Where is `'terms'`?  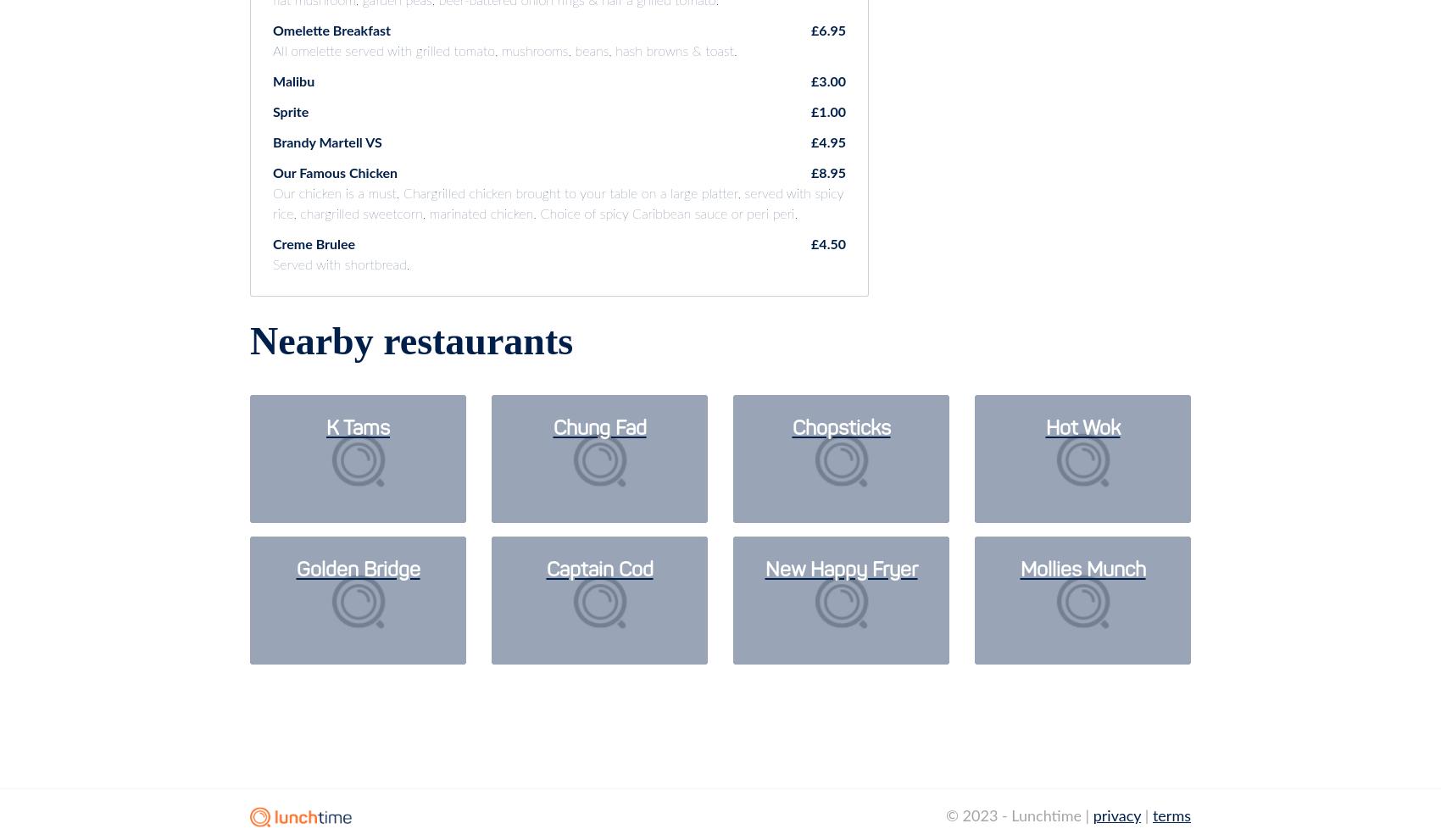 'terms' is located at coordinates (1171, 815).